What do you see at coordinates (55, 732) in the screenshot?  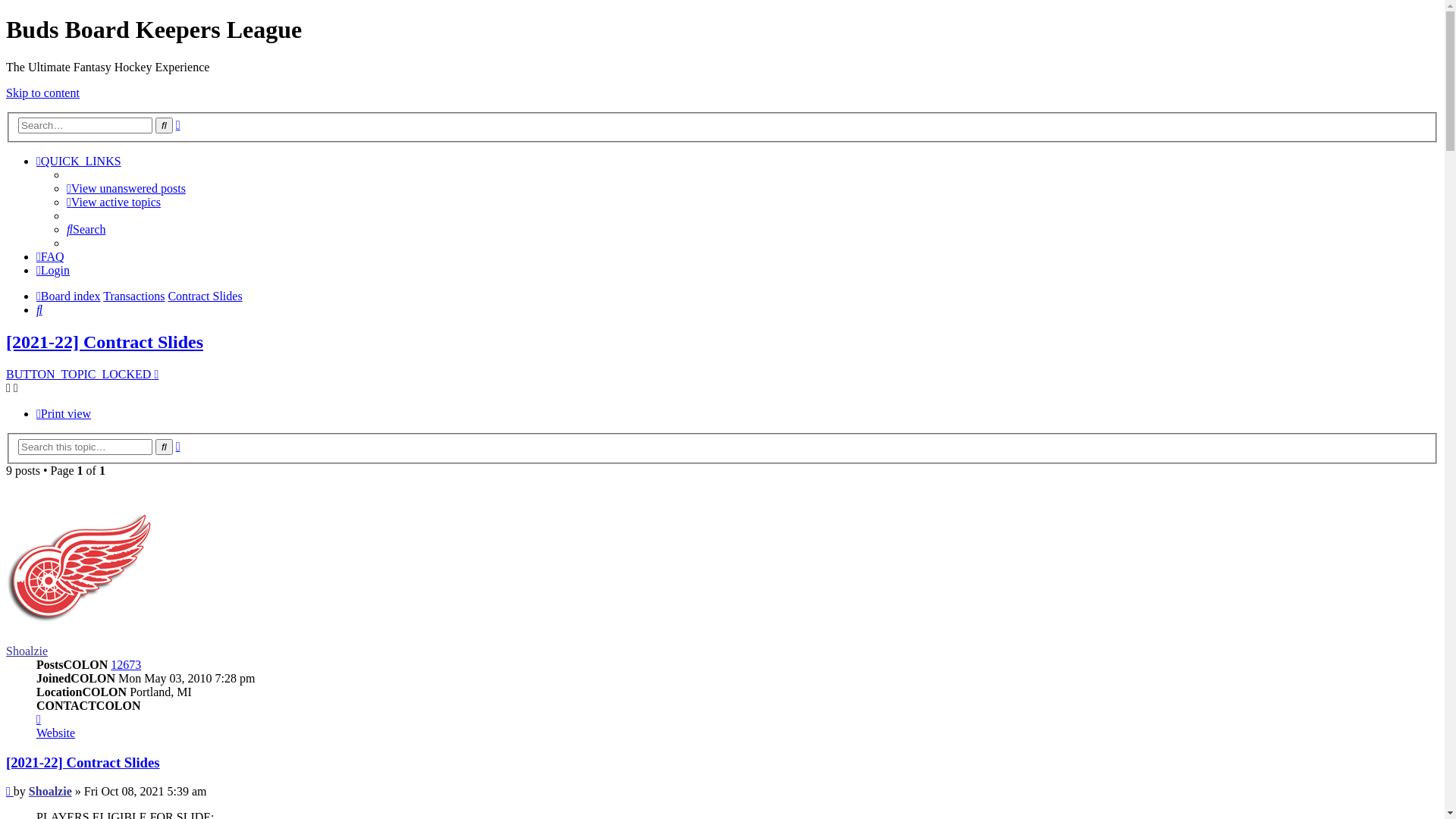 I see `'Website'` at bounding box center [55, 732].